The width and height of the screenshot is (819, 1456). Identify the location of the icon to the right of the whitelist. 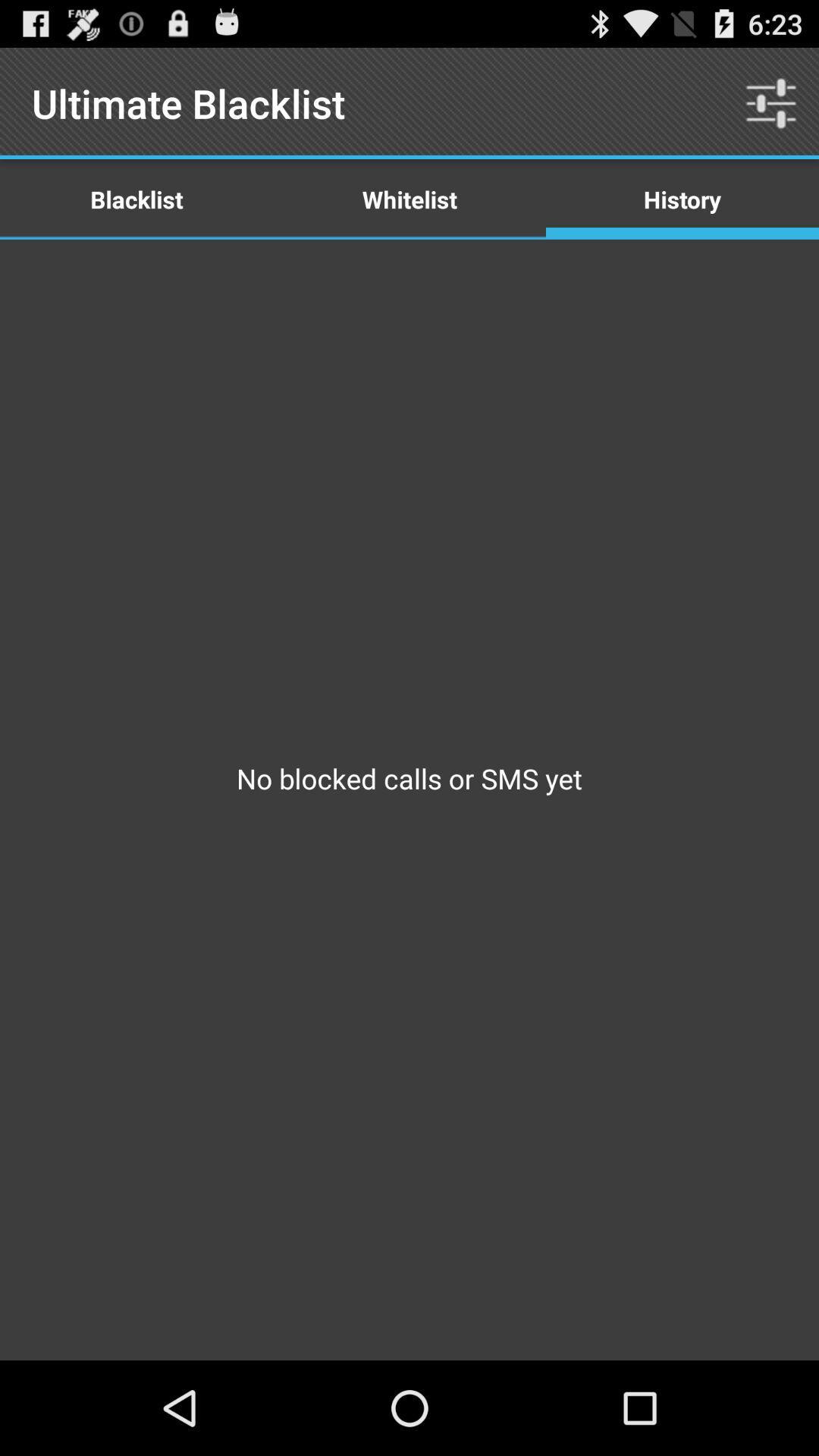
(681, 198).